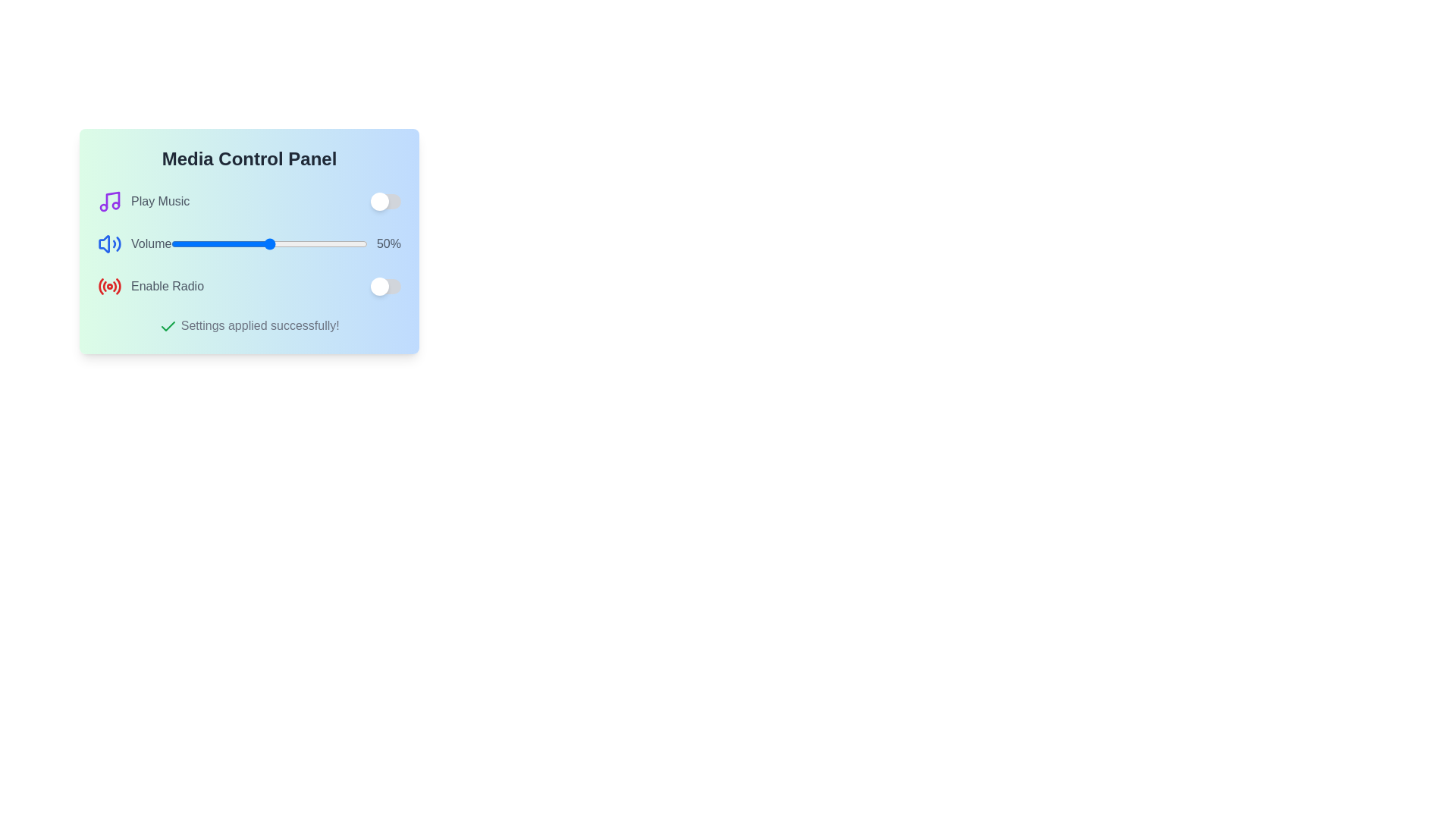 Image resolution: width=1456 pixels, height=819 pixels. Describe the element at coordinates (168, 325) in the screenshot. I see `the confirmation icon located in the lower-right corner of the notification area, adjacent to the text 'Settings applied successfully!'` at that location.